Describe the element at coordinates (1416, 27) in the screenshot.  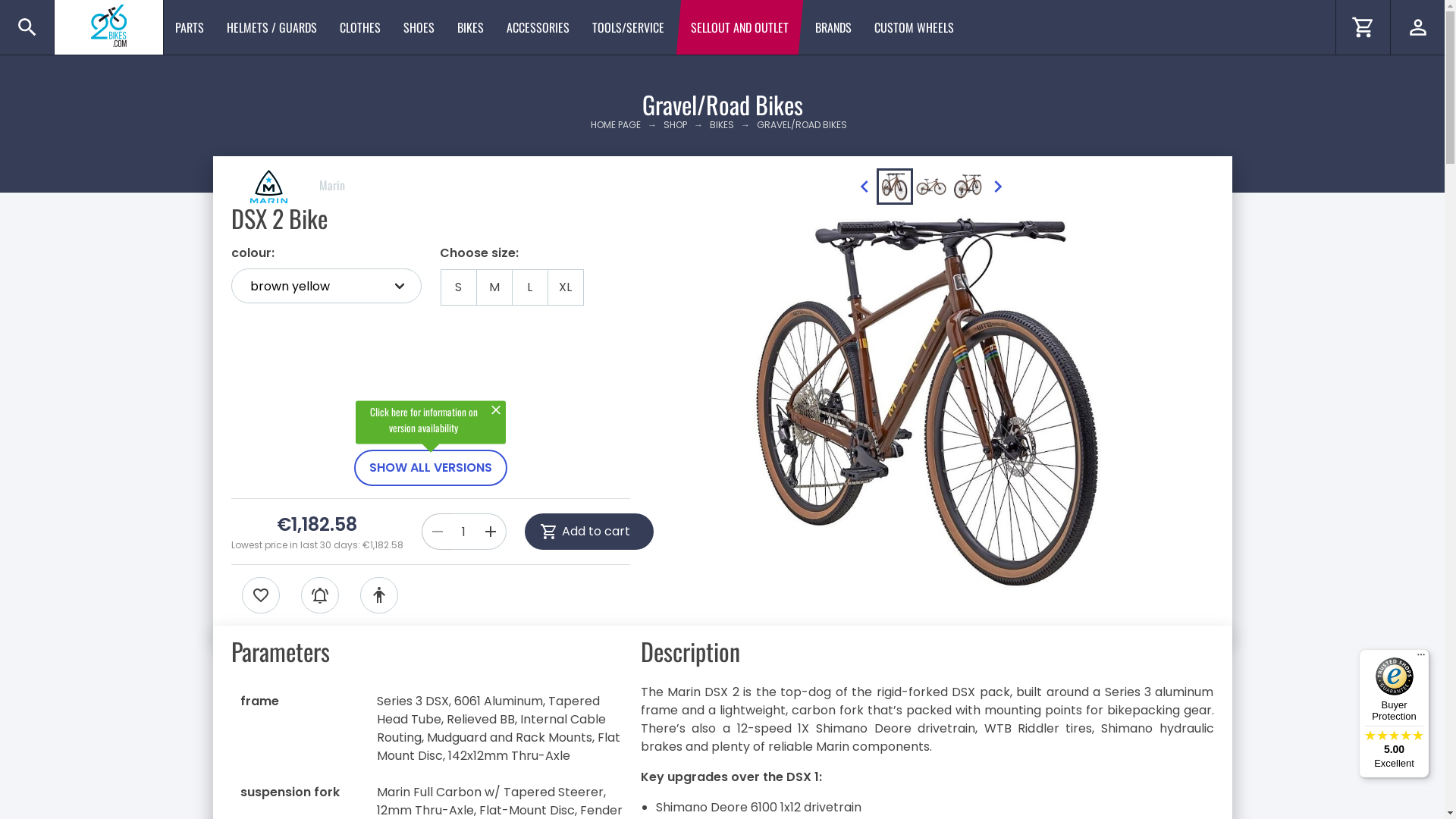
I see `'Account menu'` at that location.